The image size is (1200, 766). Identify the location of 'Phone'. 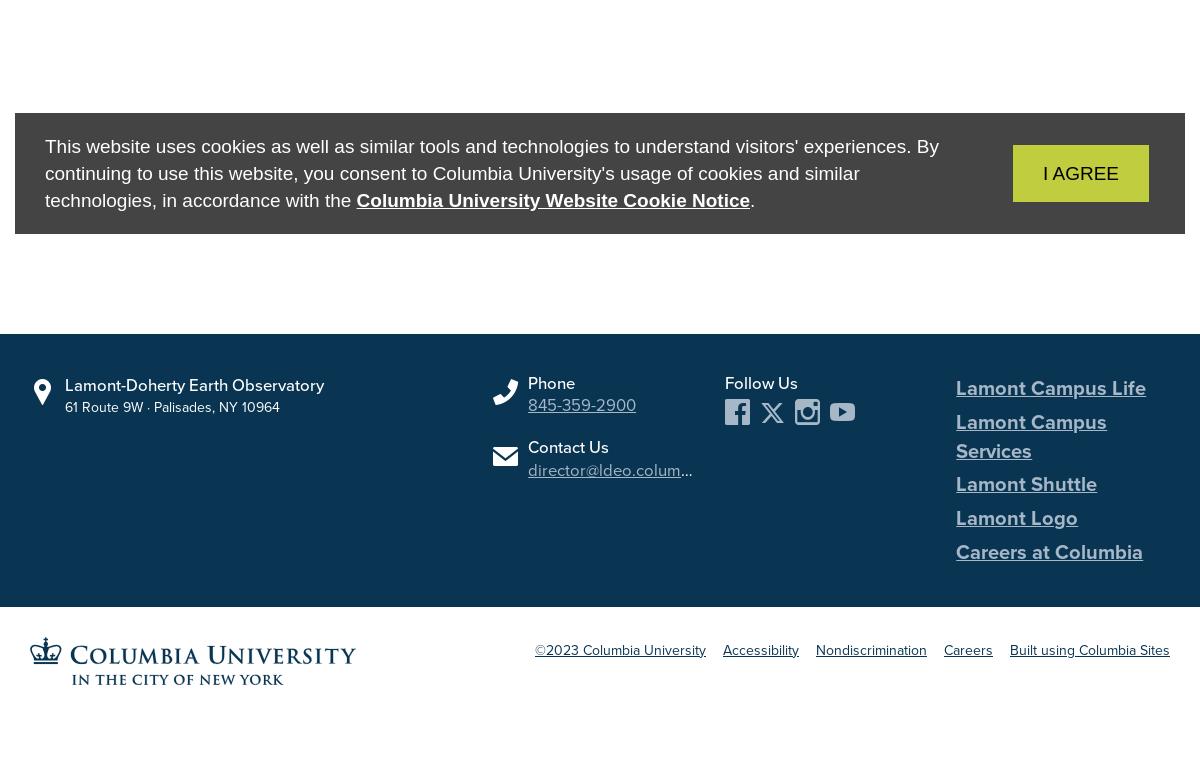
(550, 383).